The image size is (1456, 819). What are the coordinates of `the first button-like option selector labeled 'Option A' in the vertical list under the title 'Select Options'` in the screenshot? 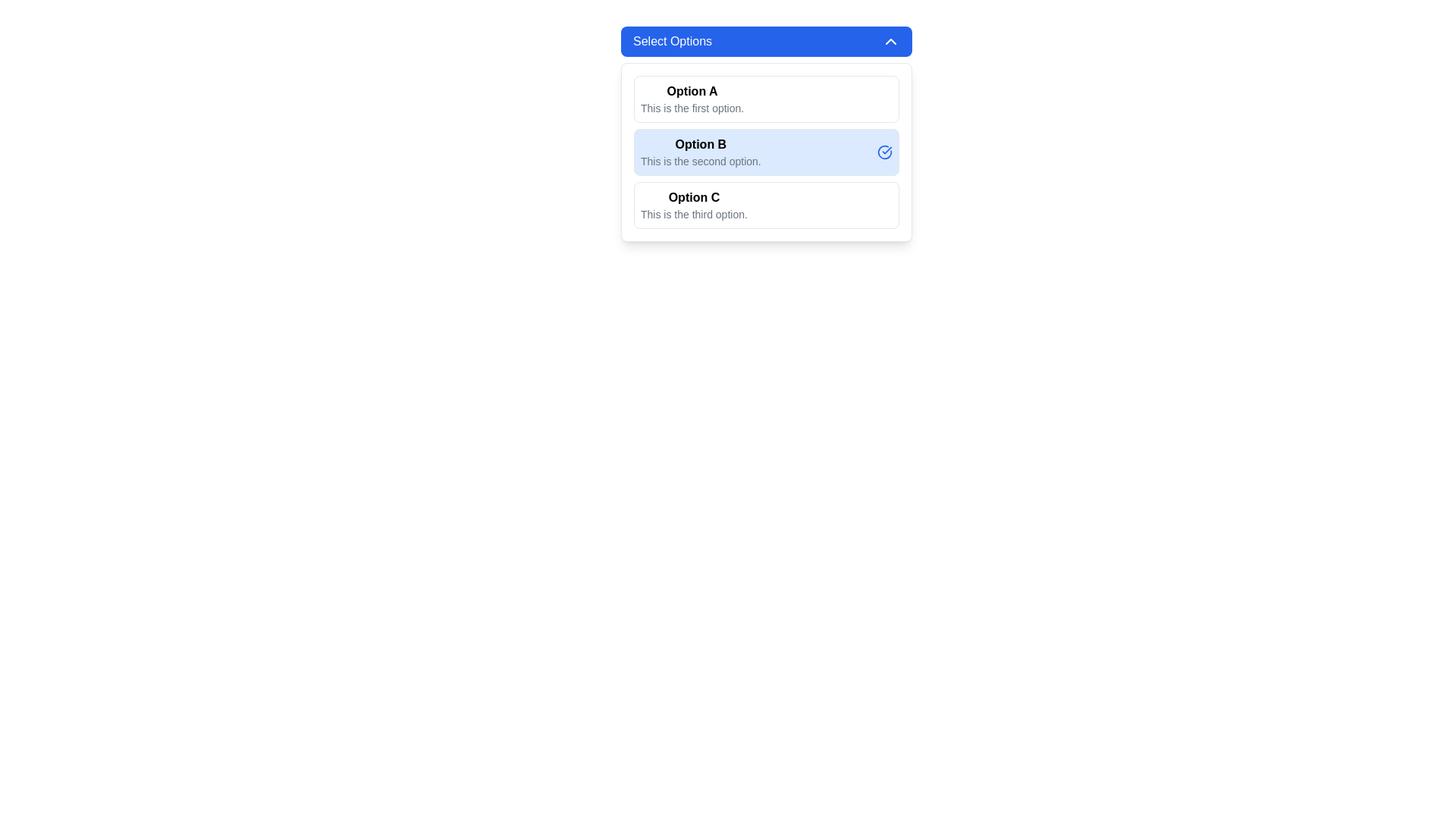 It's located at (767, 99).